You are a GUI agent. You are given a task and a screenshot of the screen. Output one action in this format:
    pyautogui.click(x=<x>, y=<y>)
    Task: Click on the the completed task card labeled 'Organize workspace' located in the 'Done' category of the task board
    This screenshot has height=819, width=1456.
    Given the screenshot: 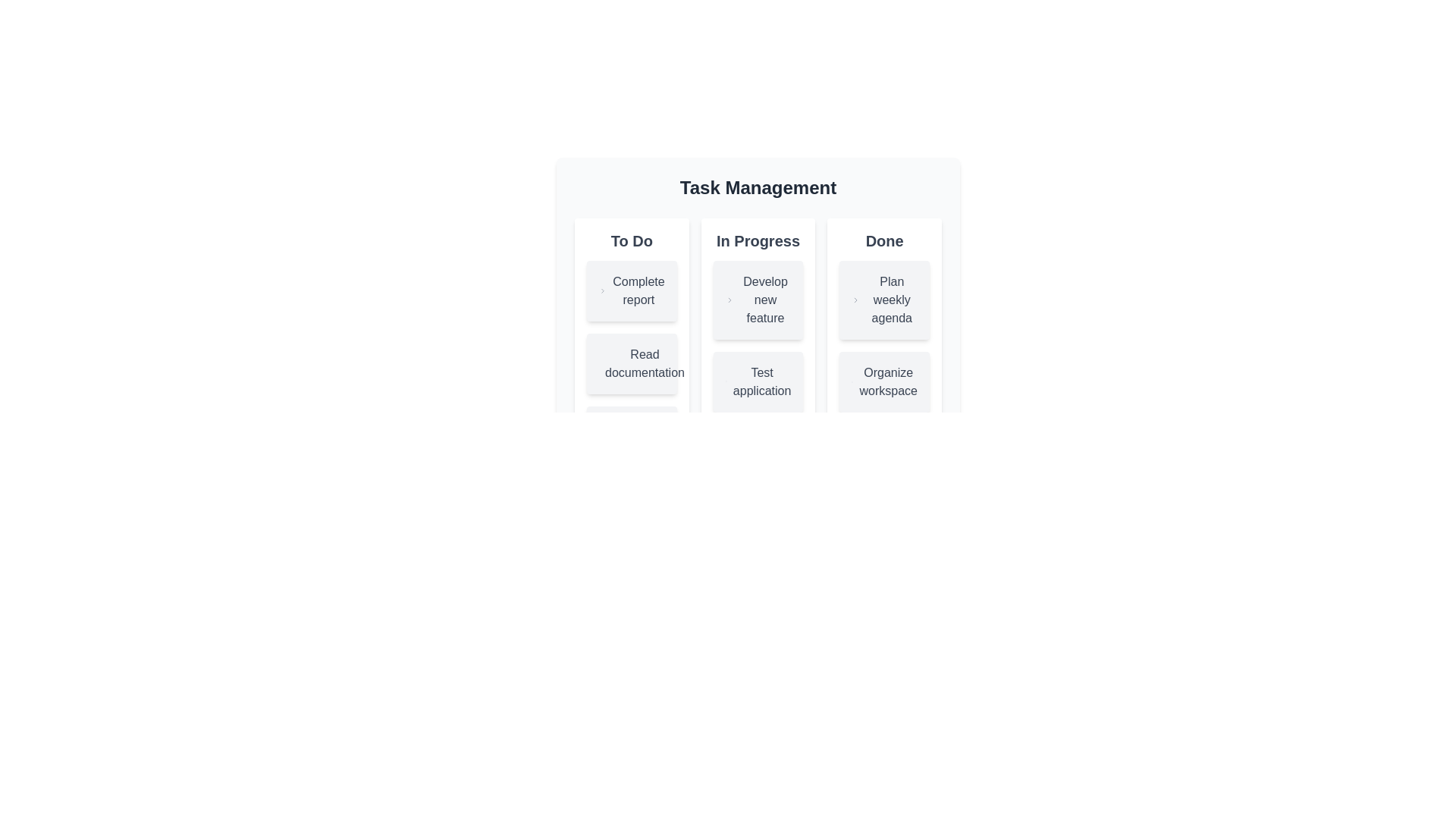 What is the action you would take?
    pyautogui.click(x=884, y=357)
    